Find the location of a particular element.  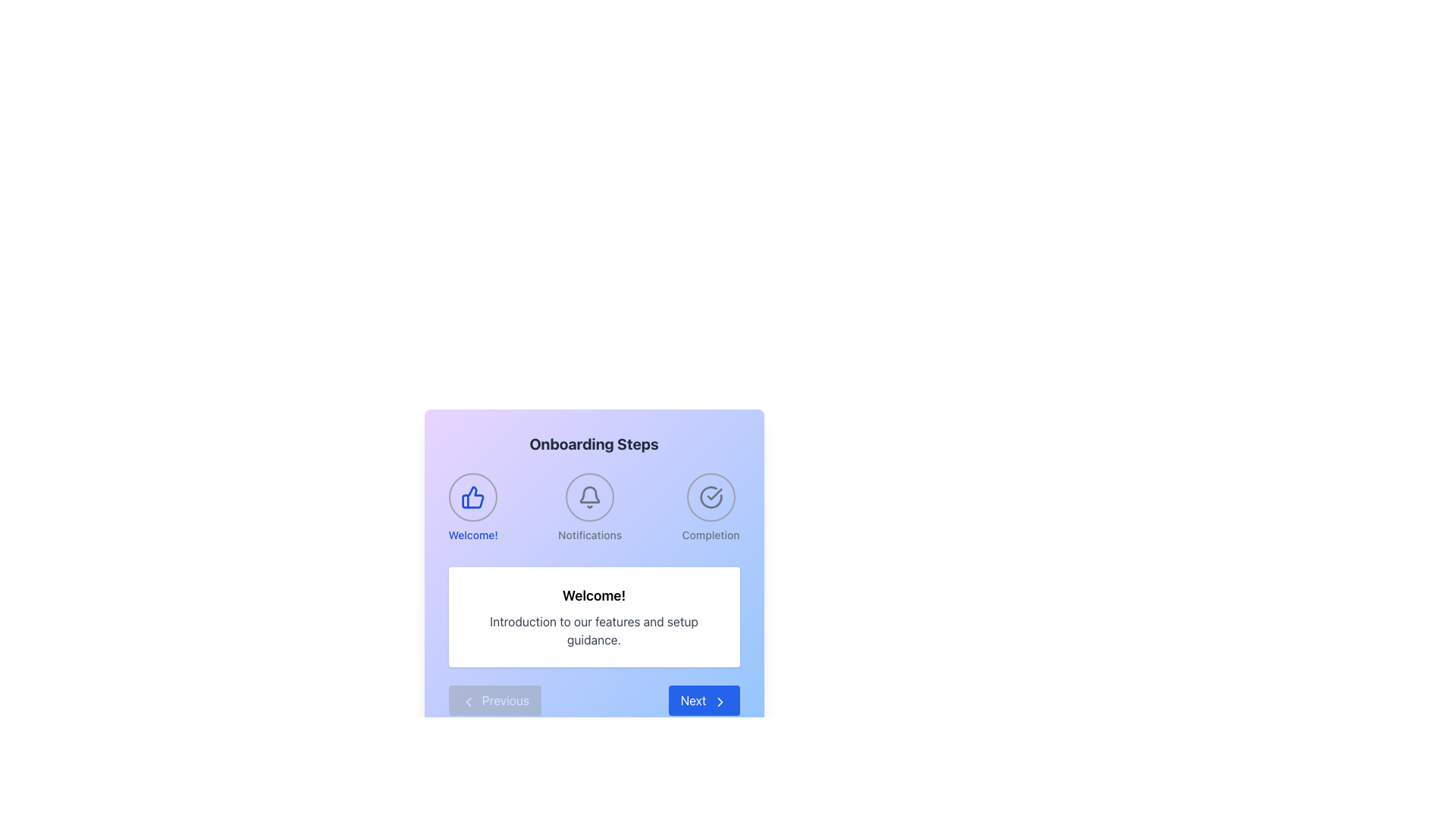

the circular bell icon under the 'Onboarding Steps' section is located at coordinates (589, 497).